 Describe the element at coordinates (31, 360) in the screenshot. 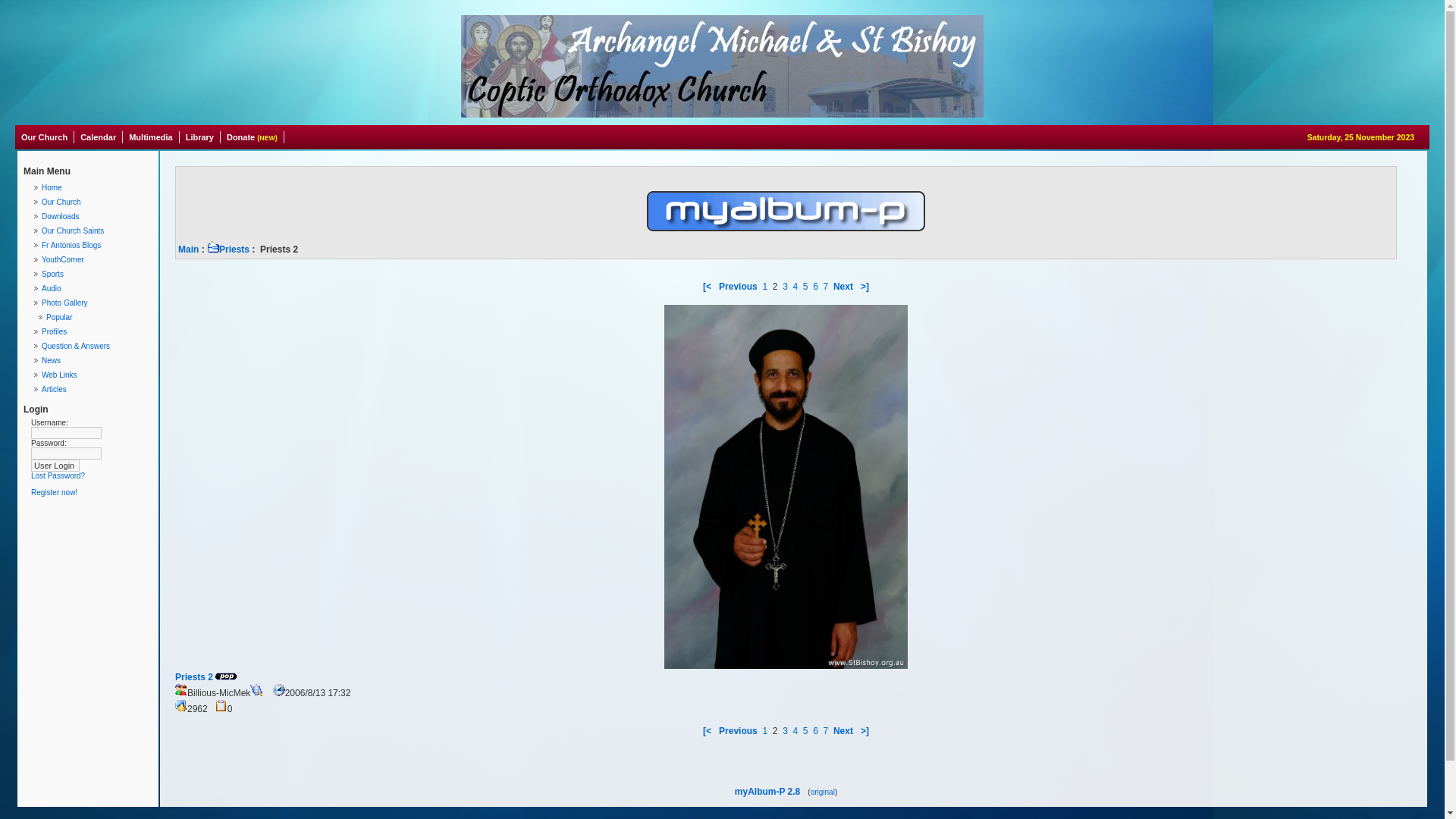

I see `'News'` at that location.